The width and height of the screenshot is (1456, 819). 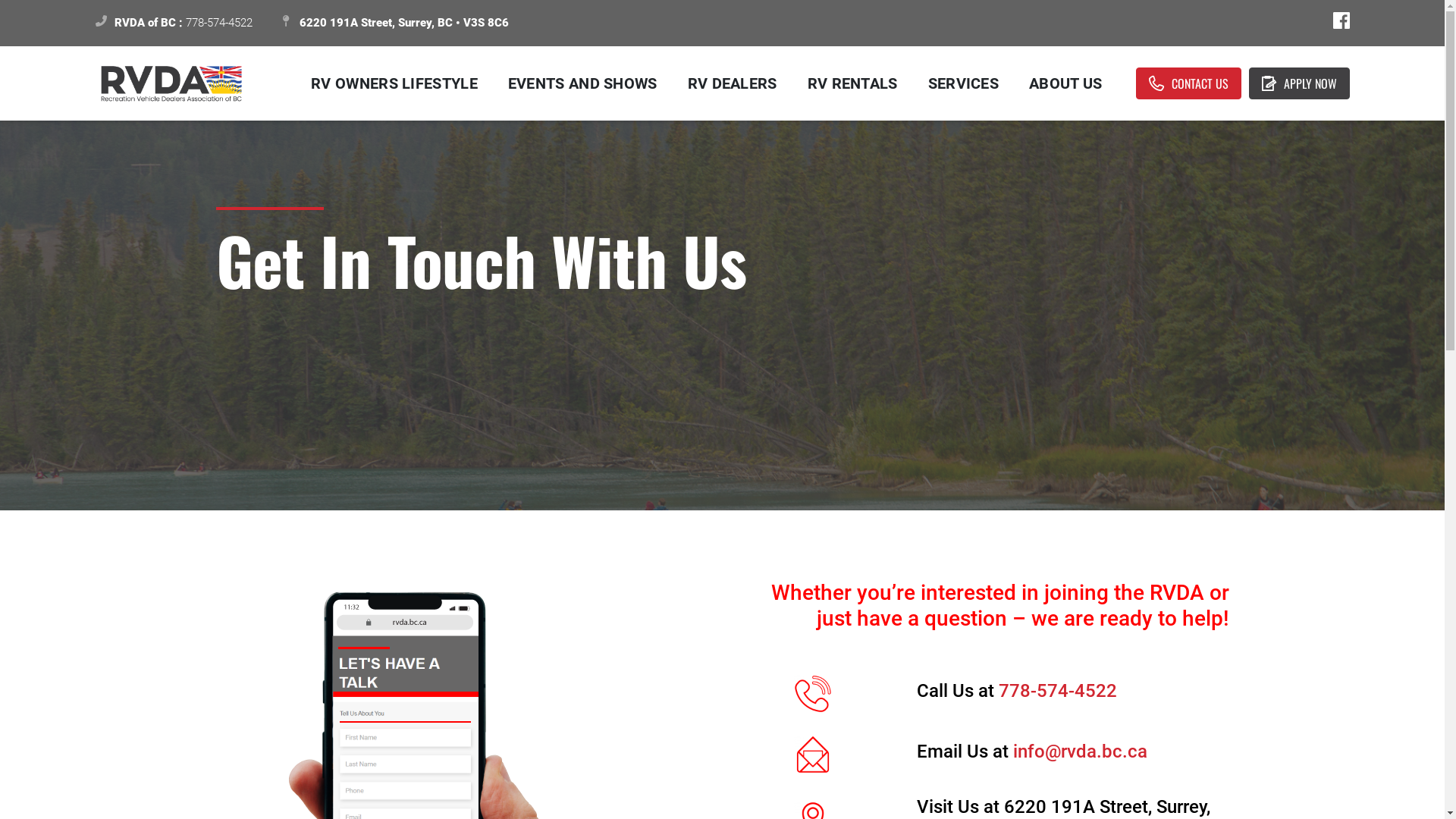 What do you see at coordinates (1079, 752) in the screenshot?
I see `'info@rvda.bc.ca'` at bounding box center [1079, 752].